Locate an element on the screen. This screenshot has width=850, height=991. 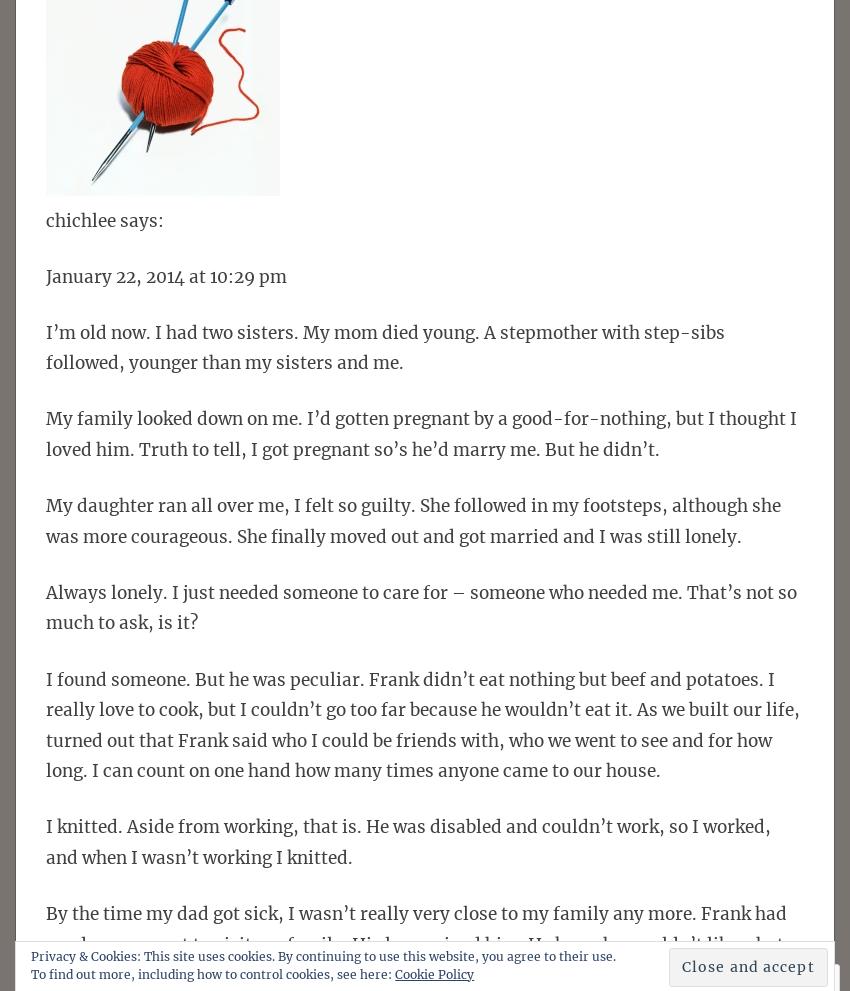
'Privacy & Cookies: This site uses cookies. By continuing to use this website, you agree to their use.' is located at coordinates (323, 955).